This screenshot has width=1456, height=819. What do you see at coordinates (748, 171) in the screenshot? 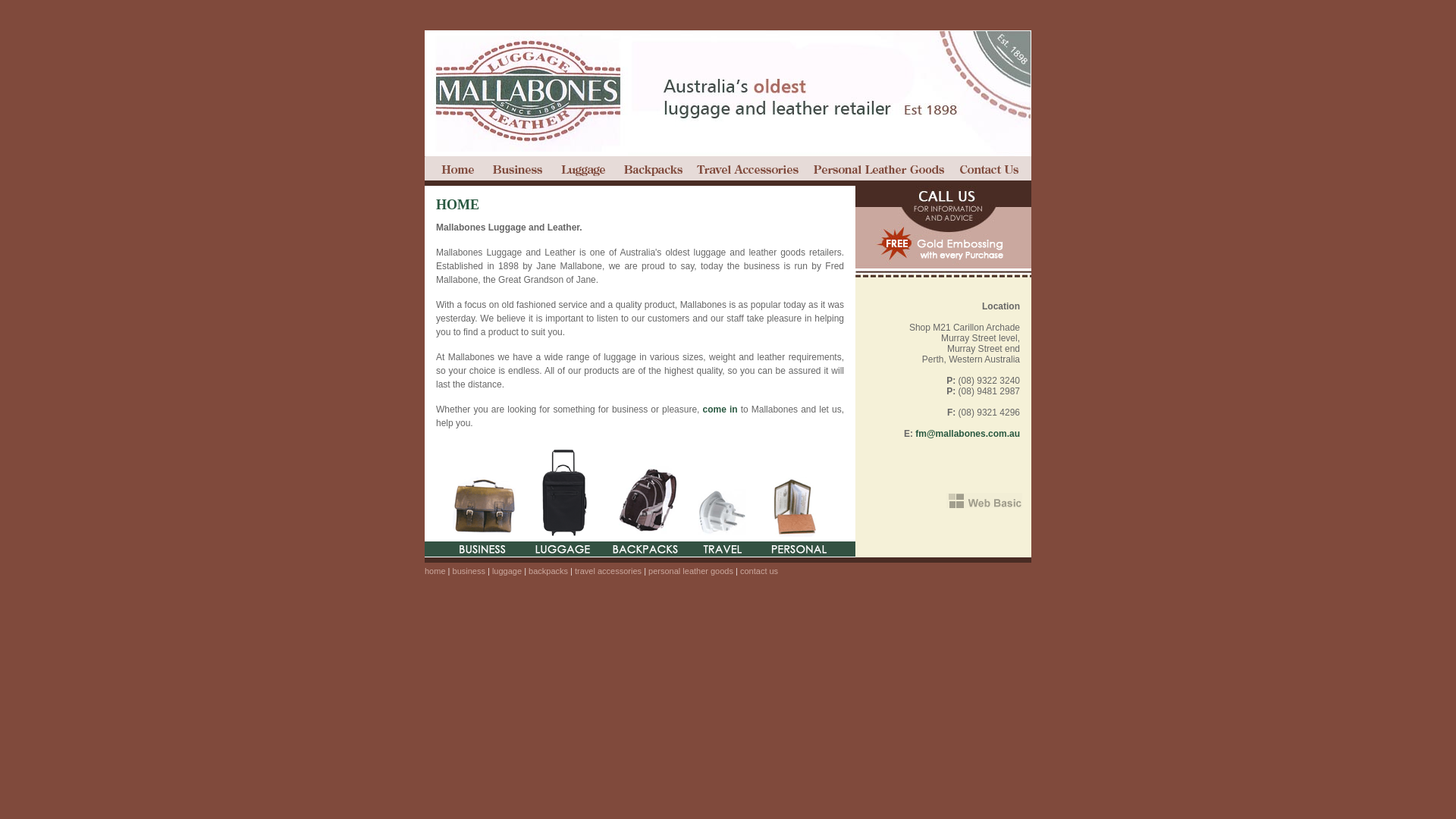
I see `'travel accessories'` at bounding box center [748, 171].